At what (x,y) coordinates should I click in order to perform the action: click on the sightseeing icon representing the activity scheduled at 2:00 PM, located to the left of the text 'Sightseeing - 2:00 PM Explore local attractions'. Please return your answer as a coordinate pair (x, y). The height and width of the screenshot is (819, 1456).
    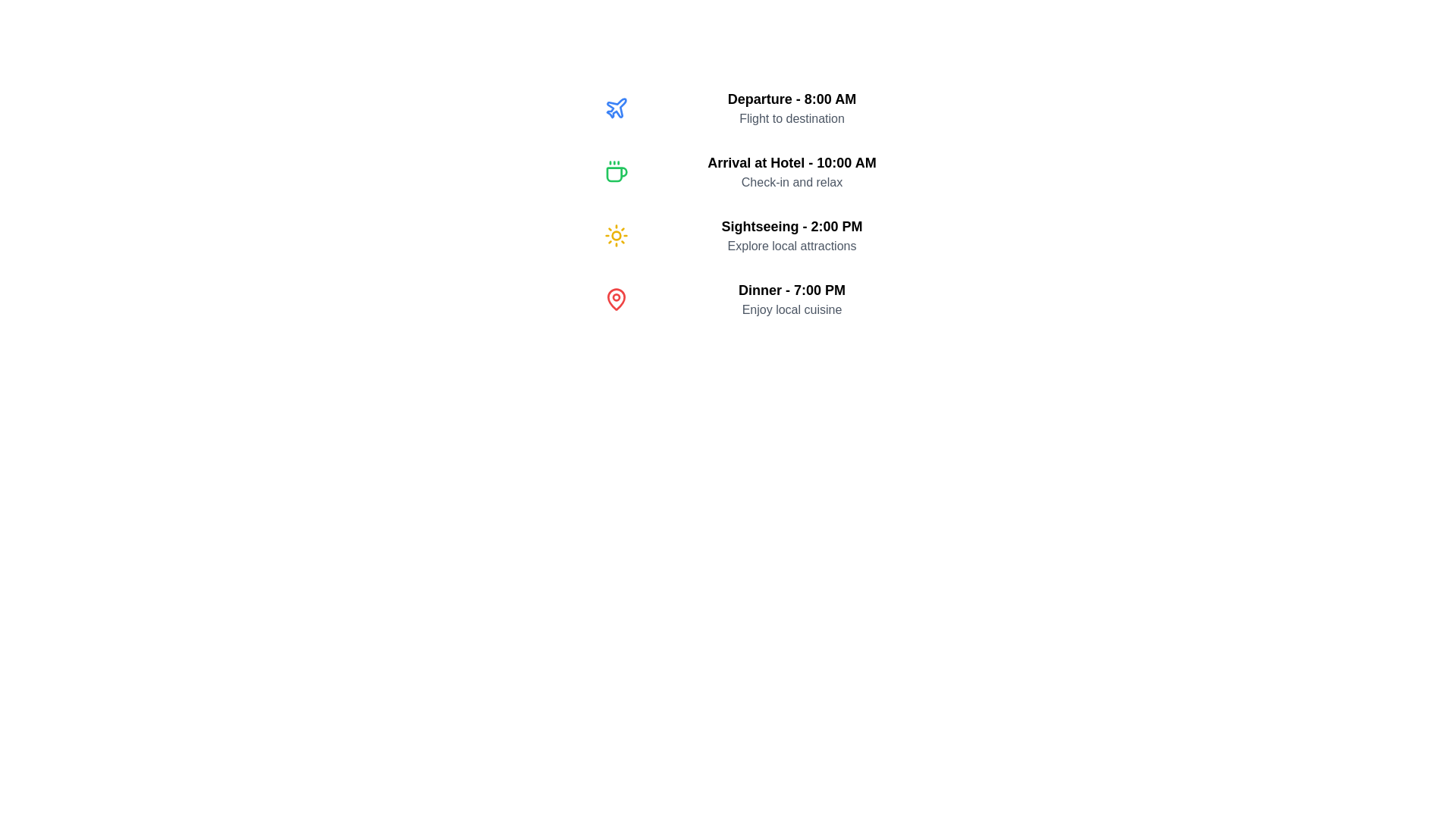
    Looking at the image, I should click on (616, 236).